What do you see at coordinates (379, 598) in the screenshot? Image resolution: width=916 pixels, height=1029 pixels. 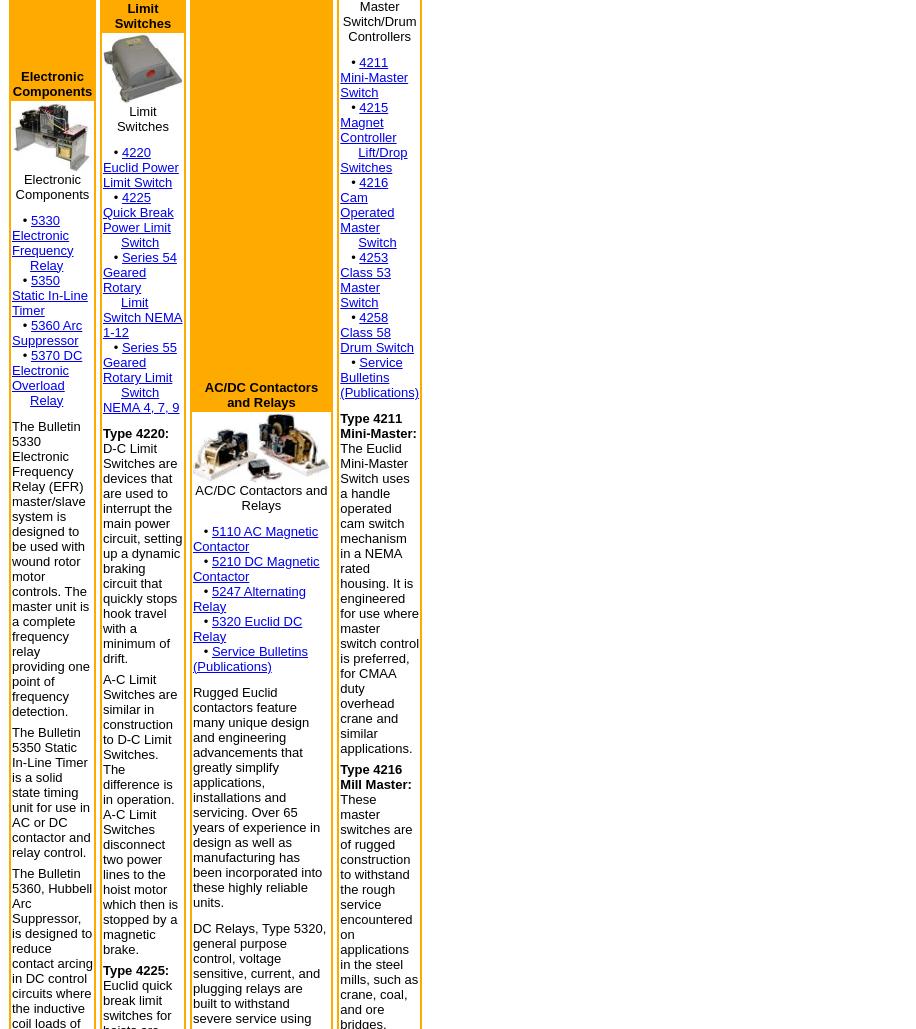 I see `'The Euclid Mini-Master Switch uses a handle operated cam switch mechanism in a NEMA rated housing.  It is engineered for use where master 
switch control is preferred, for CMAA duty overhead crane and similar applications.'` at bounding box center [379, 598].